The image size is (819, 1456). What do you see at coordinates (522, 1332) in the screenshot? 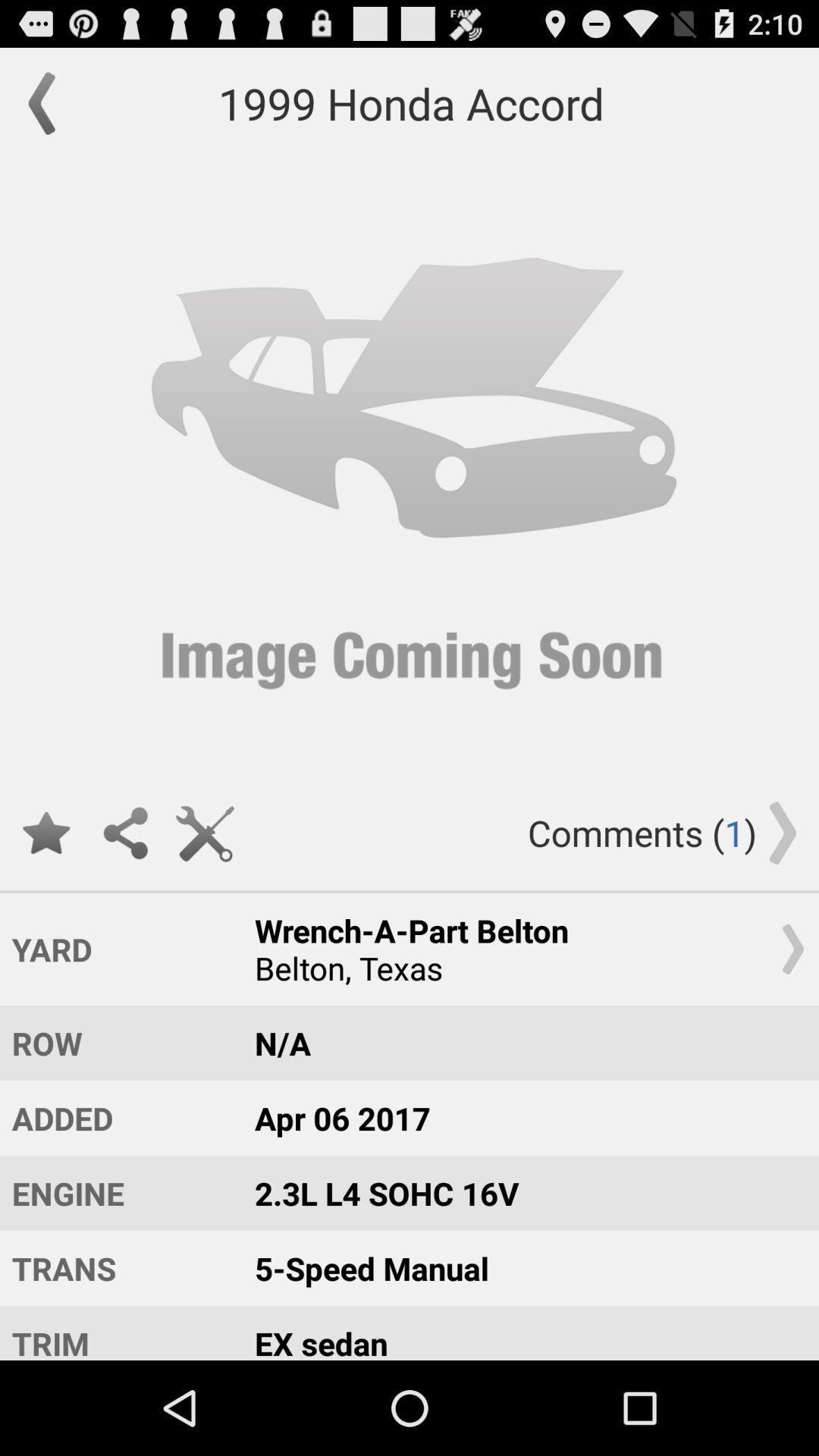
I see `icon next to the trans app` at bounding box center [522, 1332].